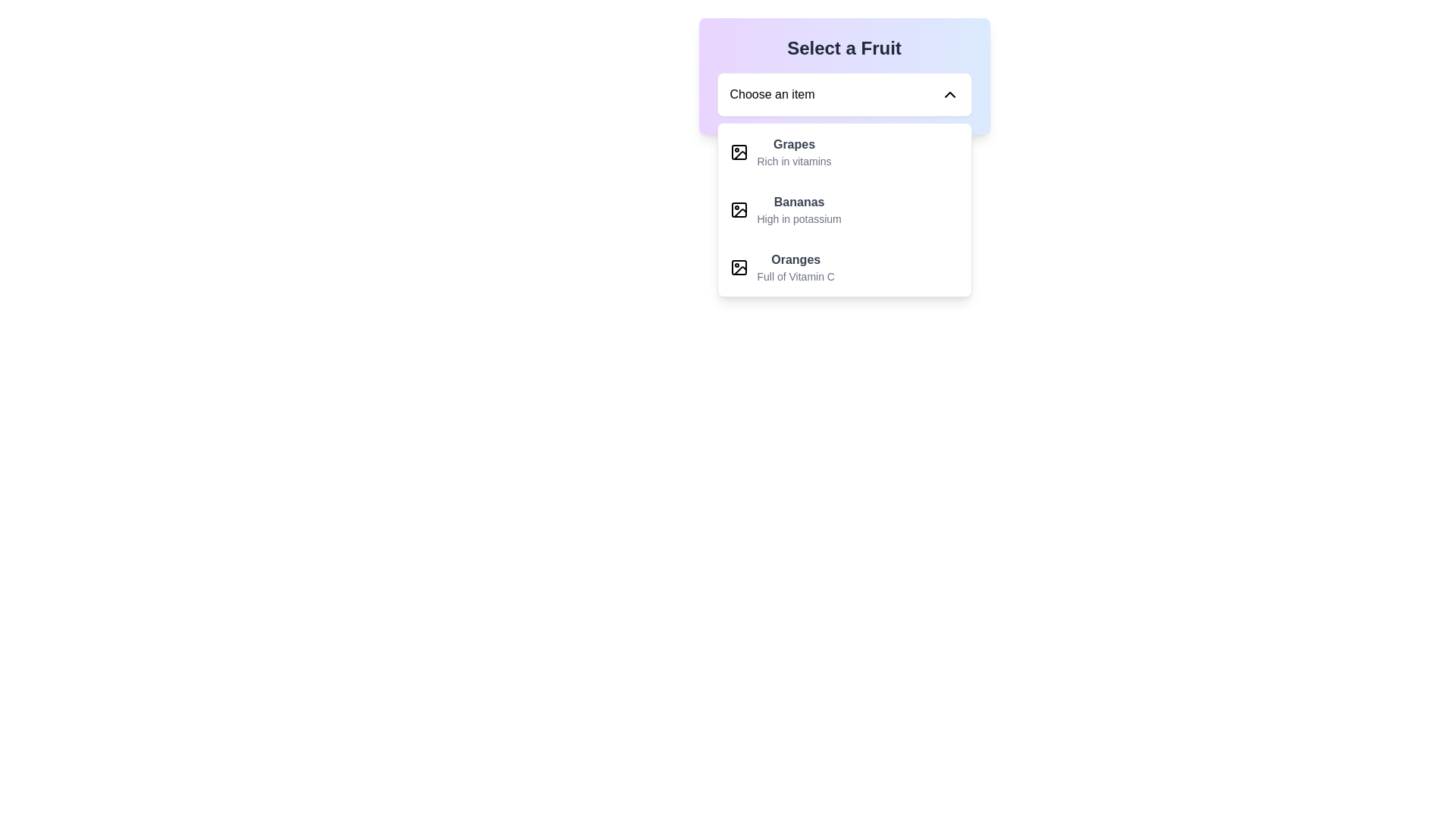 The image size is (1456, 819). Describe the element at coordinates (799, 210) in the screenshot. I see `to select the 'Bananas' menu item, which appears as the second item in the dropdown list under 'Select a Fruit'` at that location.